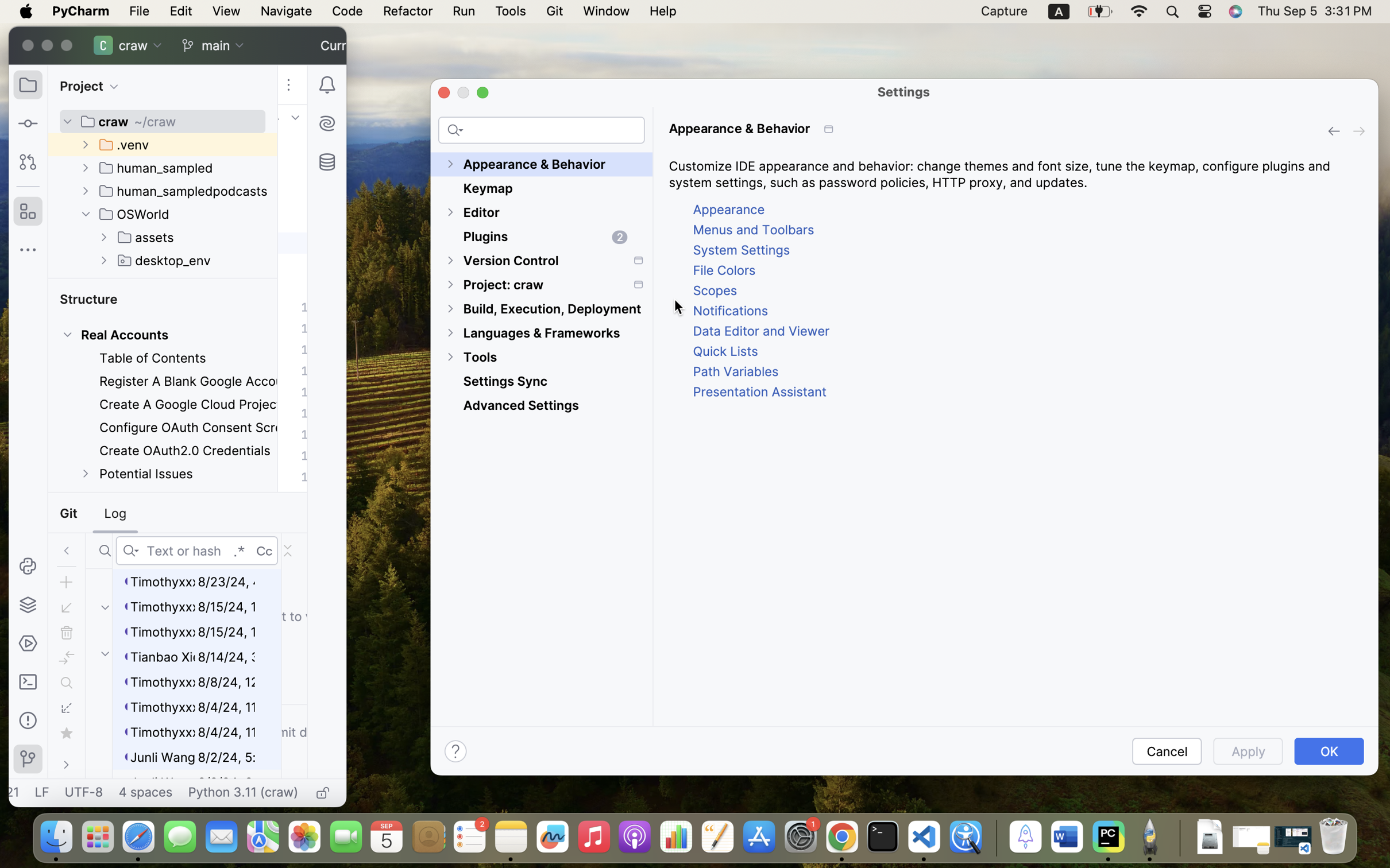 This screenshot has width=1390, height=868. What do you see at coordinates (994, 837) in the screenshot?
I see `'0.4285714328289032'` at bounding box center [994, 837].